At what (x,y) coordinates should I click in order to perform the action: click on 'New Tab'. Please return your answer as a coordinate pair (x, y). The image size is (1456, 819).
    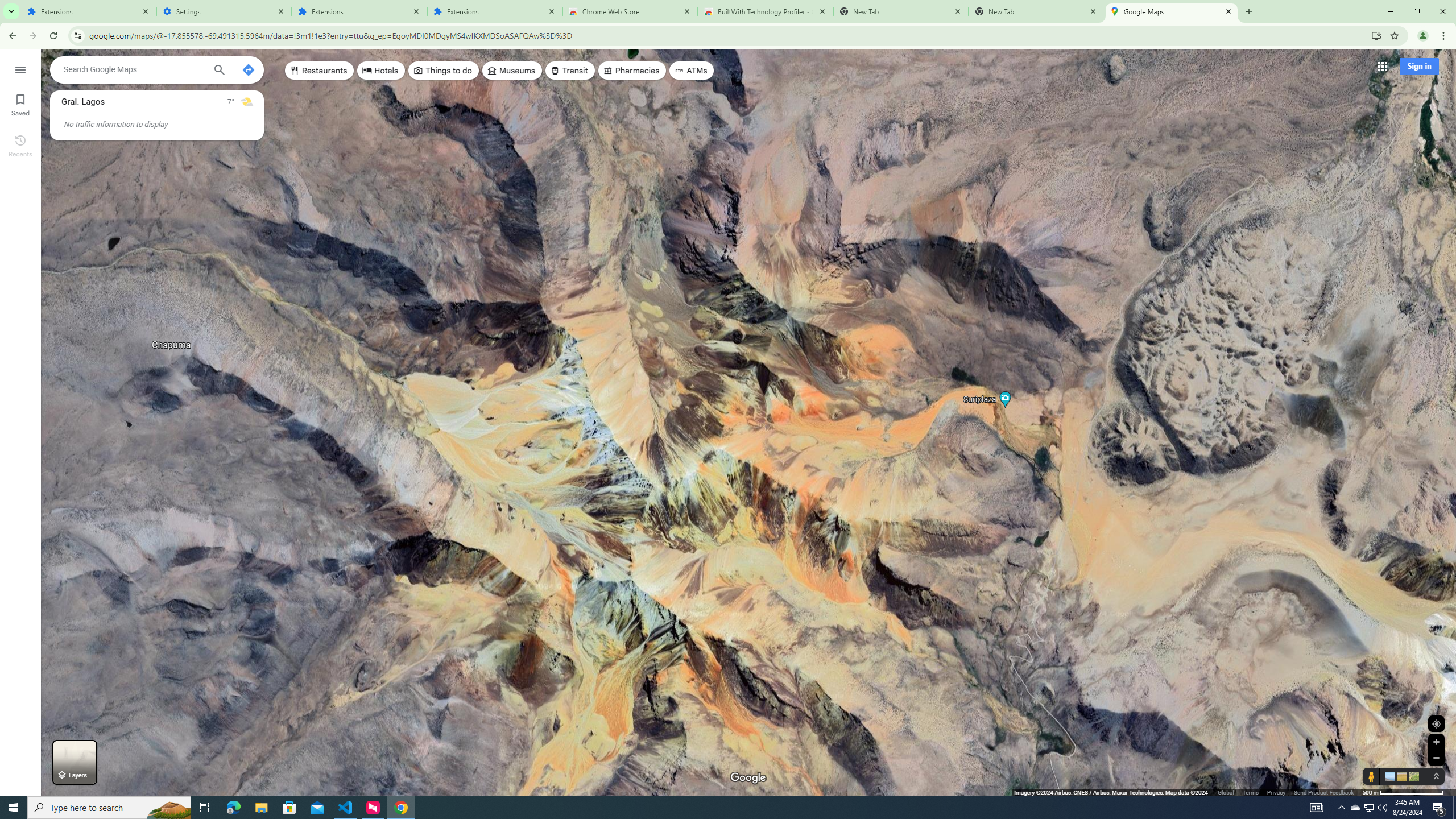
    Looking at the image, I should click on (1036, 11).